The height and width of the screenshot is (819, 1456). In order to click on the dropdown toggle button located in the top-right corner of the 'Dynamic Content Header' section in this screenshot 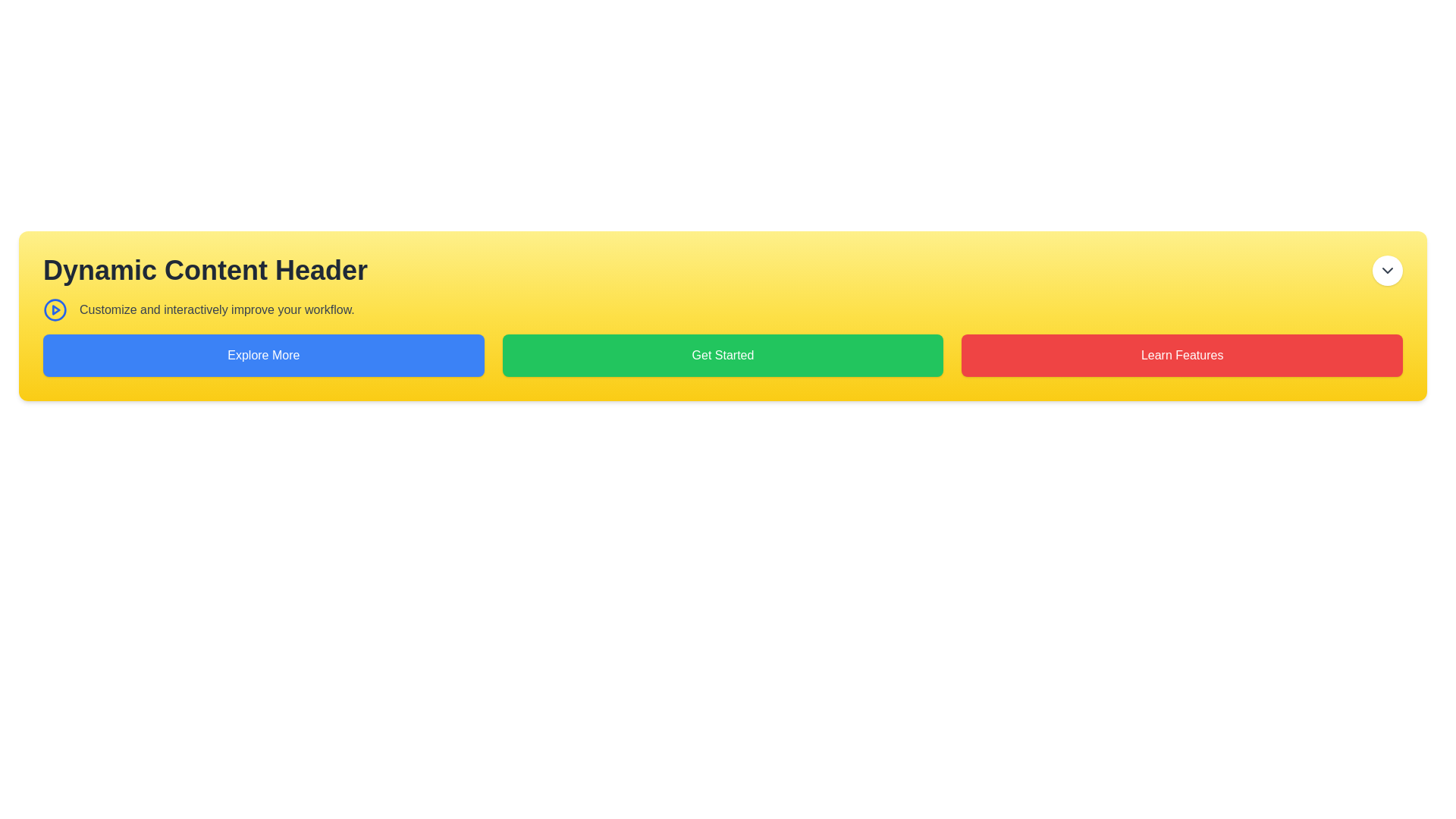, I will do `click(1387, 270)`.